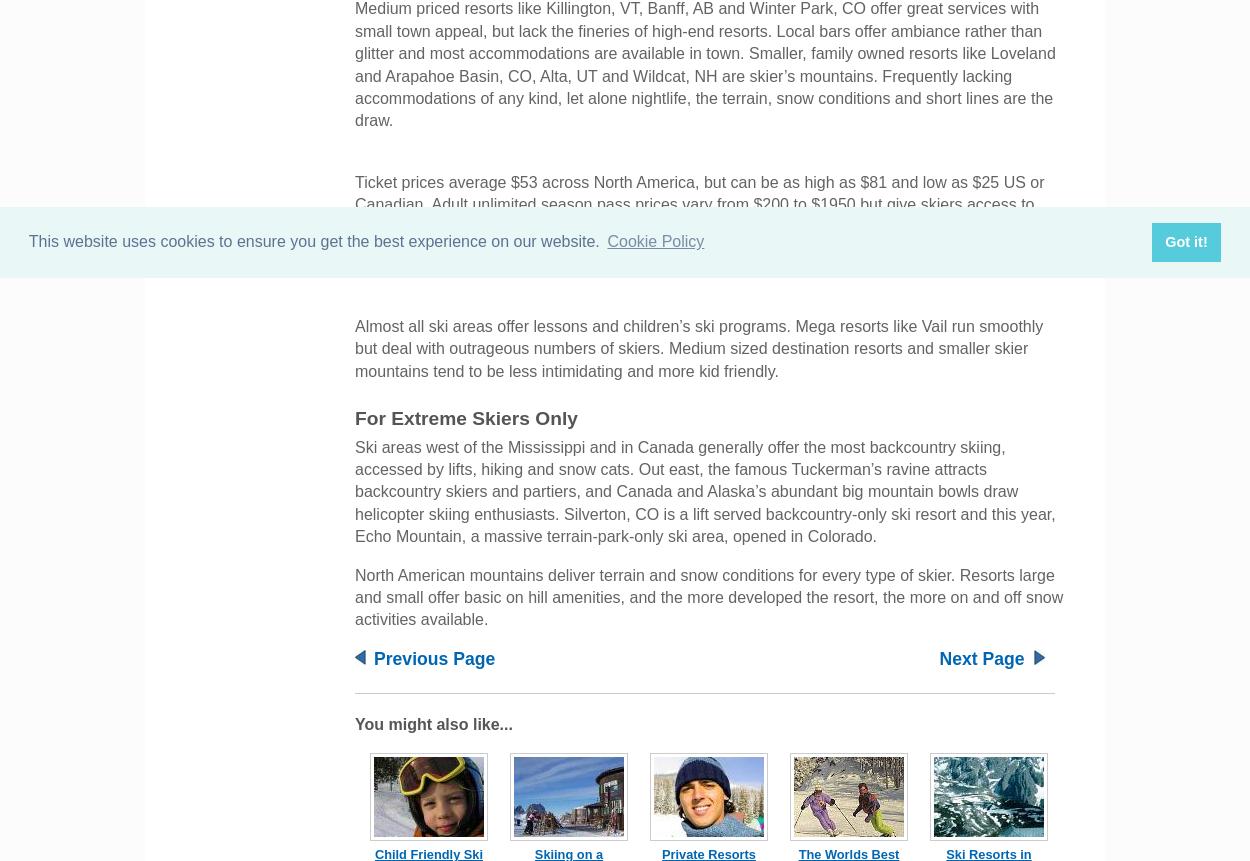  Describe the element at coordinates (703, 490) in the screenshot. I see `'Ski areas west of the Mississippi and in Canada generally offer the most backcountry skiing, accessed by lifts, hiking and snow cats. Out east, the famous Tuckerman’s ravine attracts backcountry skiers and partiers, and Canada and Alaska’s abundant big mountain bowls draw helicopter skiing enthusiasts. Silverton, CO is a lift served backcountry-only ski resort and this year, Echo Mountain, a massive terrain-park-only ski area, opened in Colorado.'` at that location.